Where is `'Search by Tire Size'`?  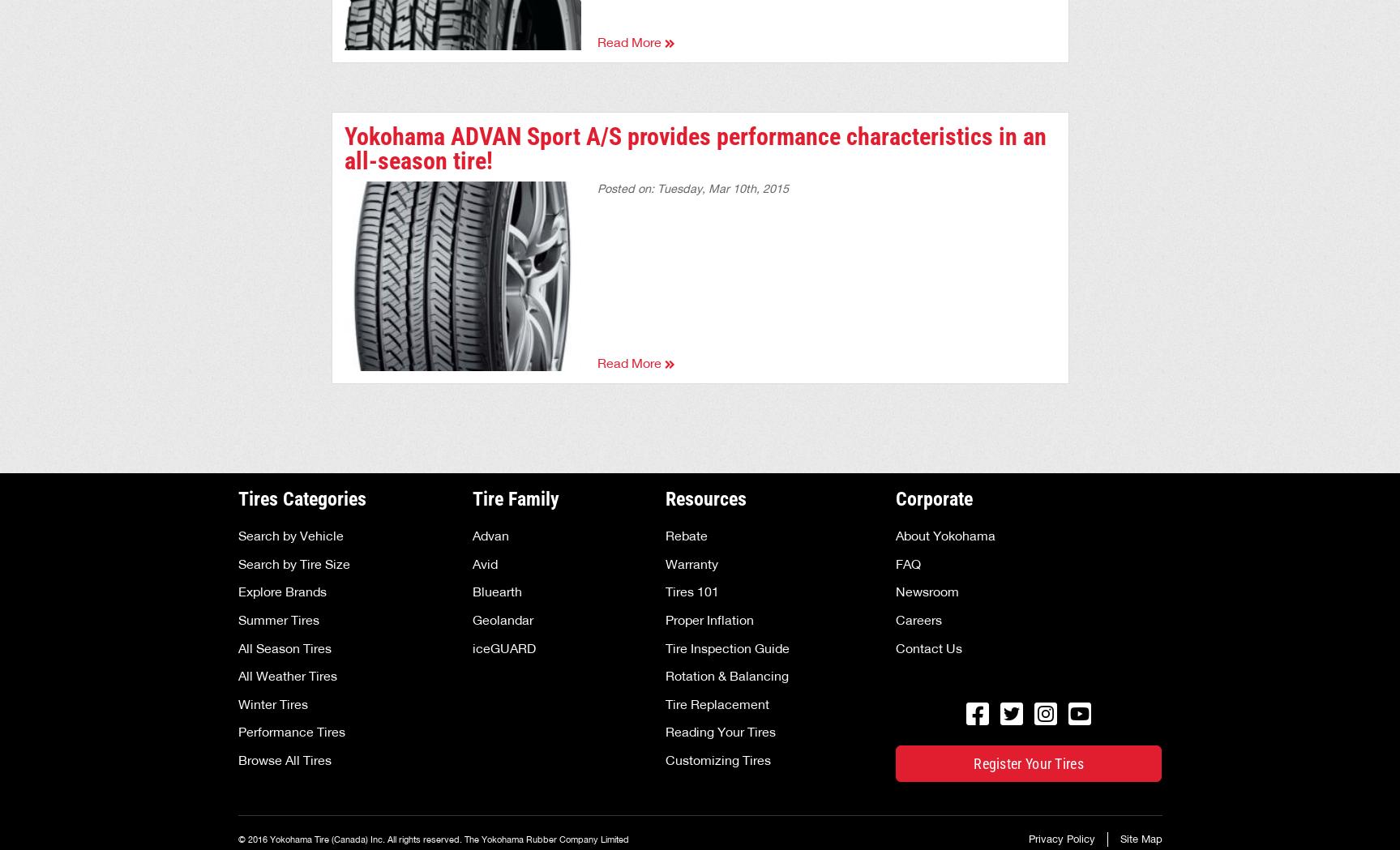 'Search by Tire Size' is located at coordinates (237, 562).